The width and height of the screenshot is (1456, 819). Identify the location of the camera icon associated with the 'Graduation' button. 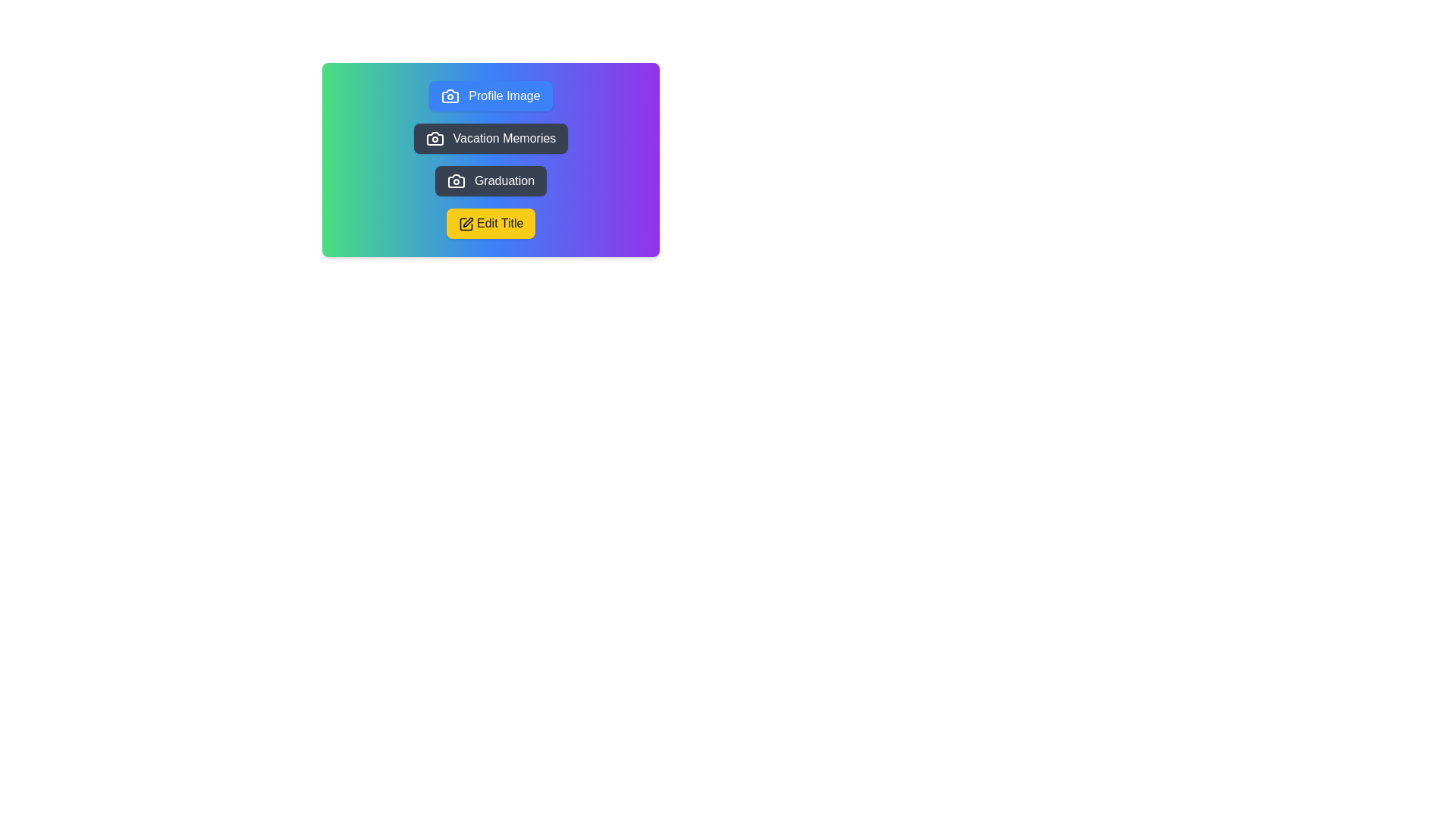
(455, 180).